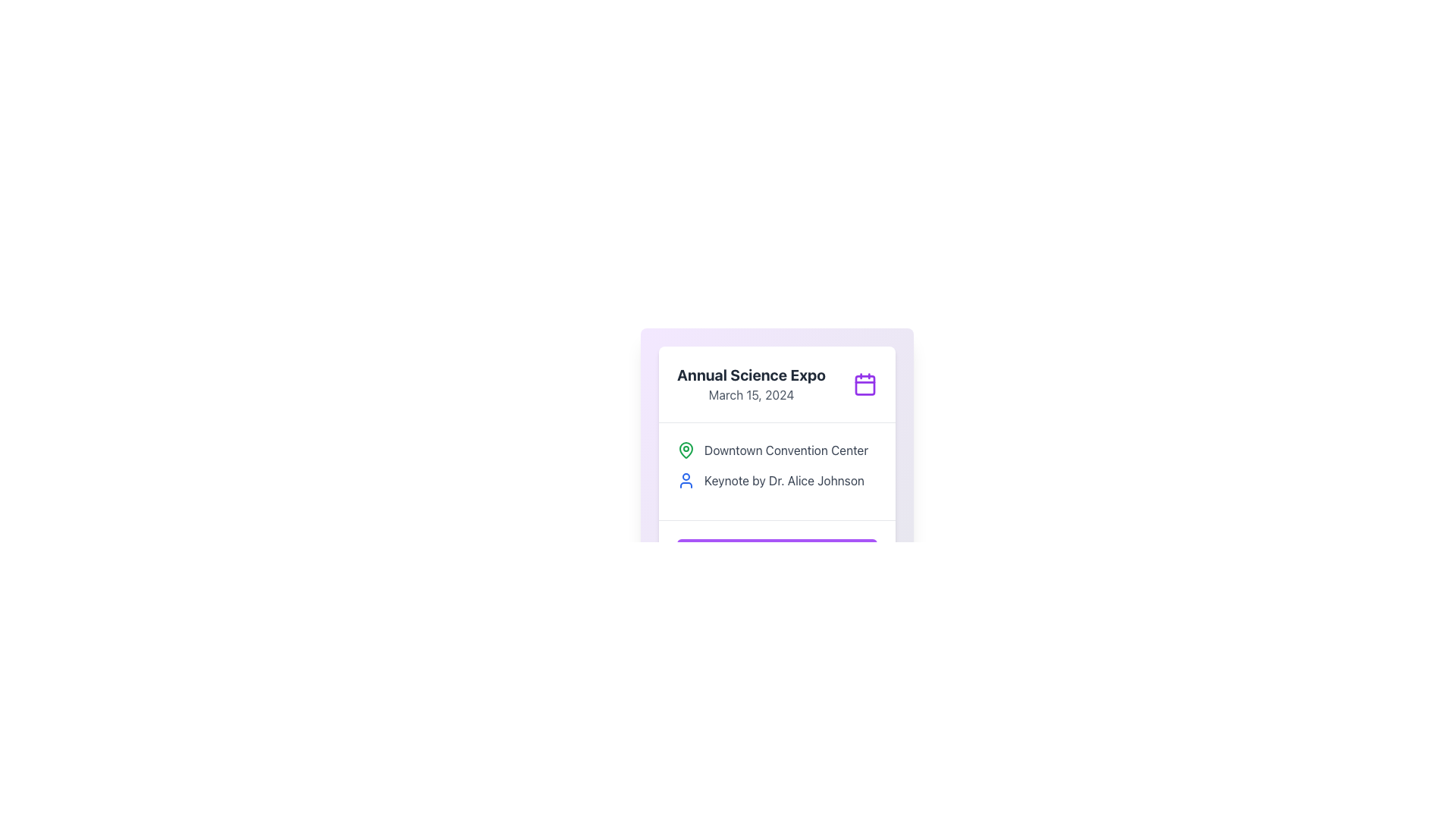 Image resolution: width=1456 pixels, height=819 pixels. Describe the element at coordinates (865, 384) in the screenshot. I see `the decorative graphical element located at the bottom right of the calendar icon, which represents a specific date within the calendar` at that location.